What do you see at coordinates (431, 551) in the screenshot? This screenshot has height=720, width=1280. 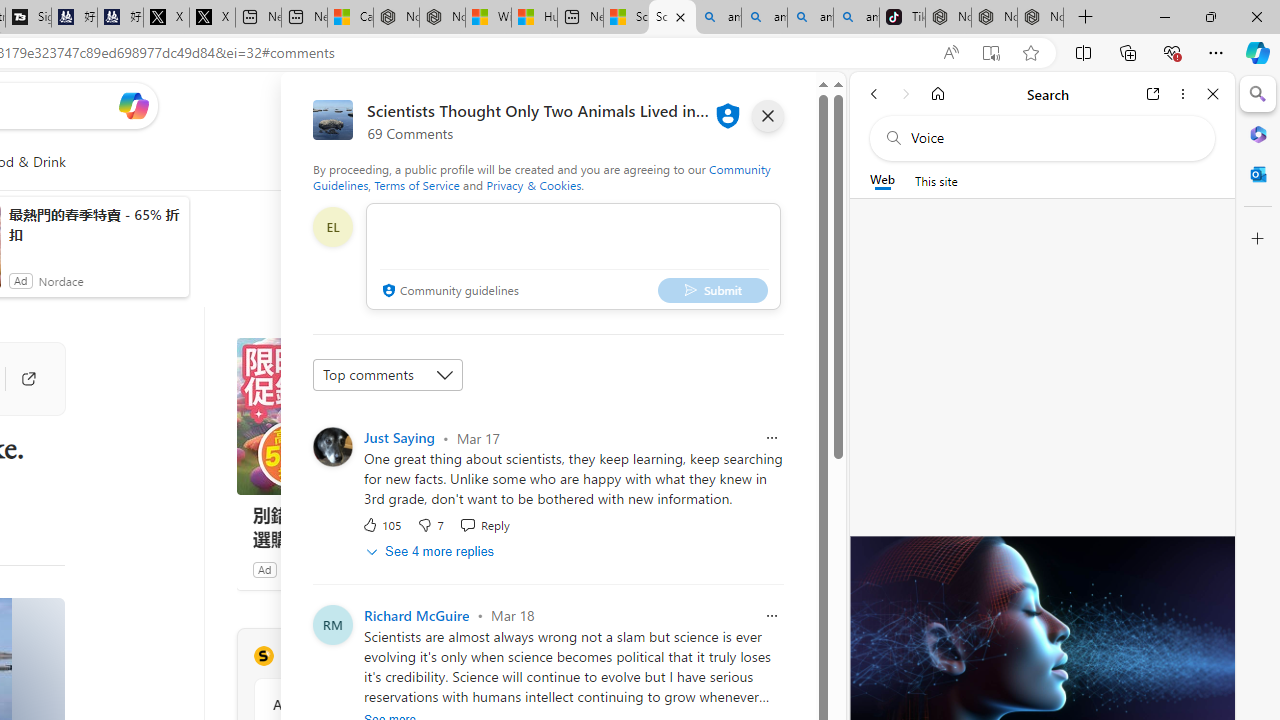 I see `'See 4 more replies'` at bounding box center [431, 551].